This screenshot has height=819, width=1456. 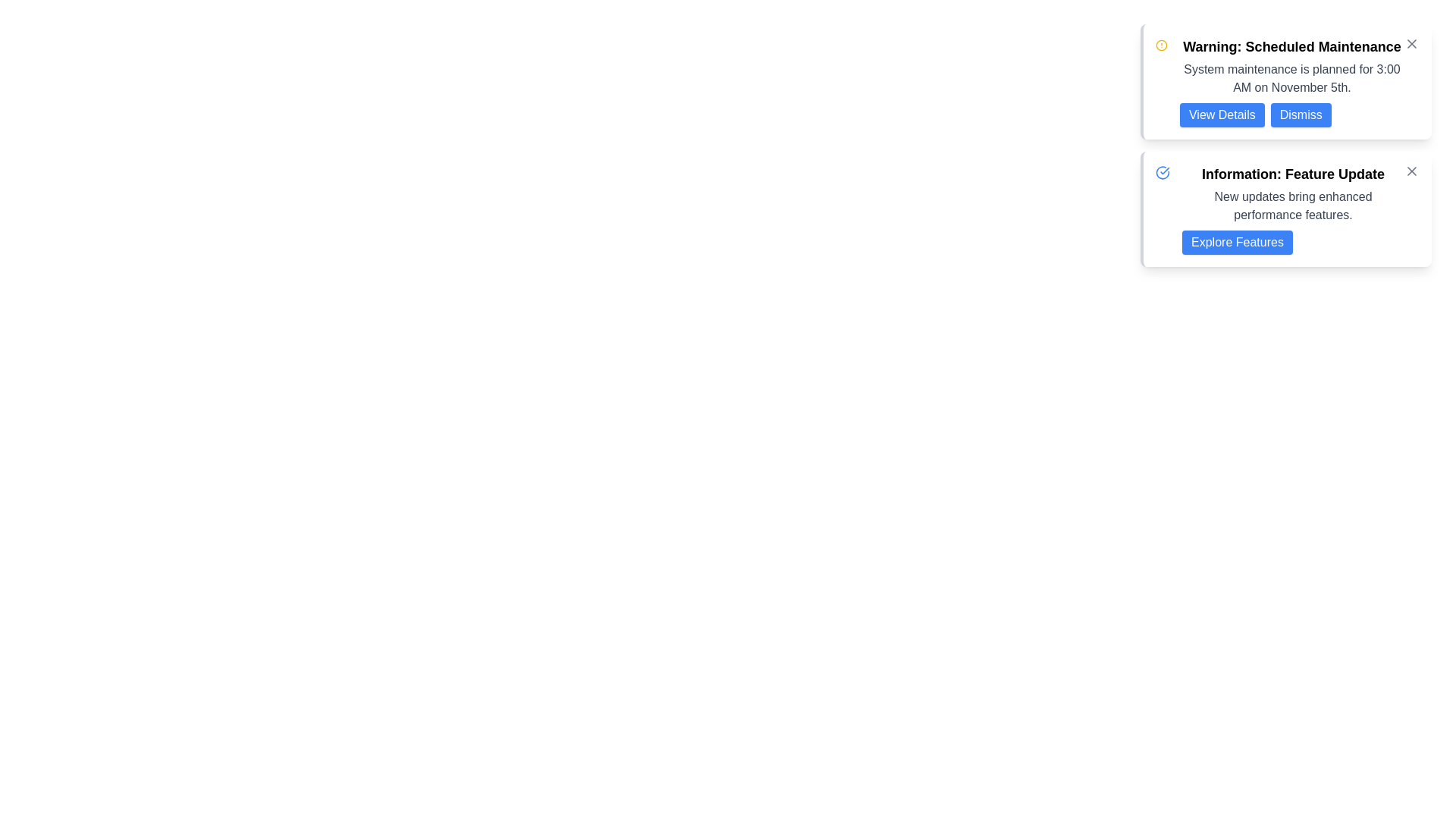 I want to click on the button that invites users, so click(x=1292, y=242).